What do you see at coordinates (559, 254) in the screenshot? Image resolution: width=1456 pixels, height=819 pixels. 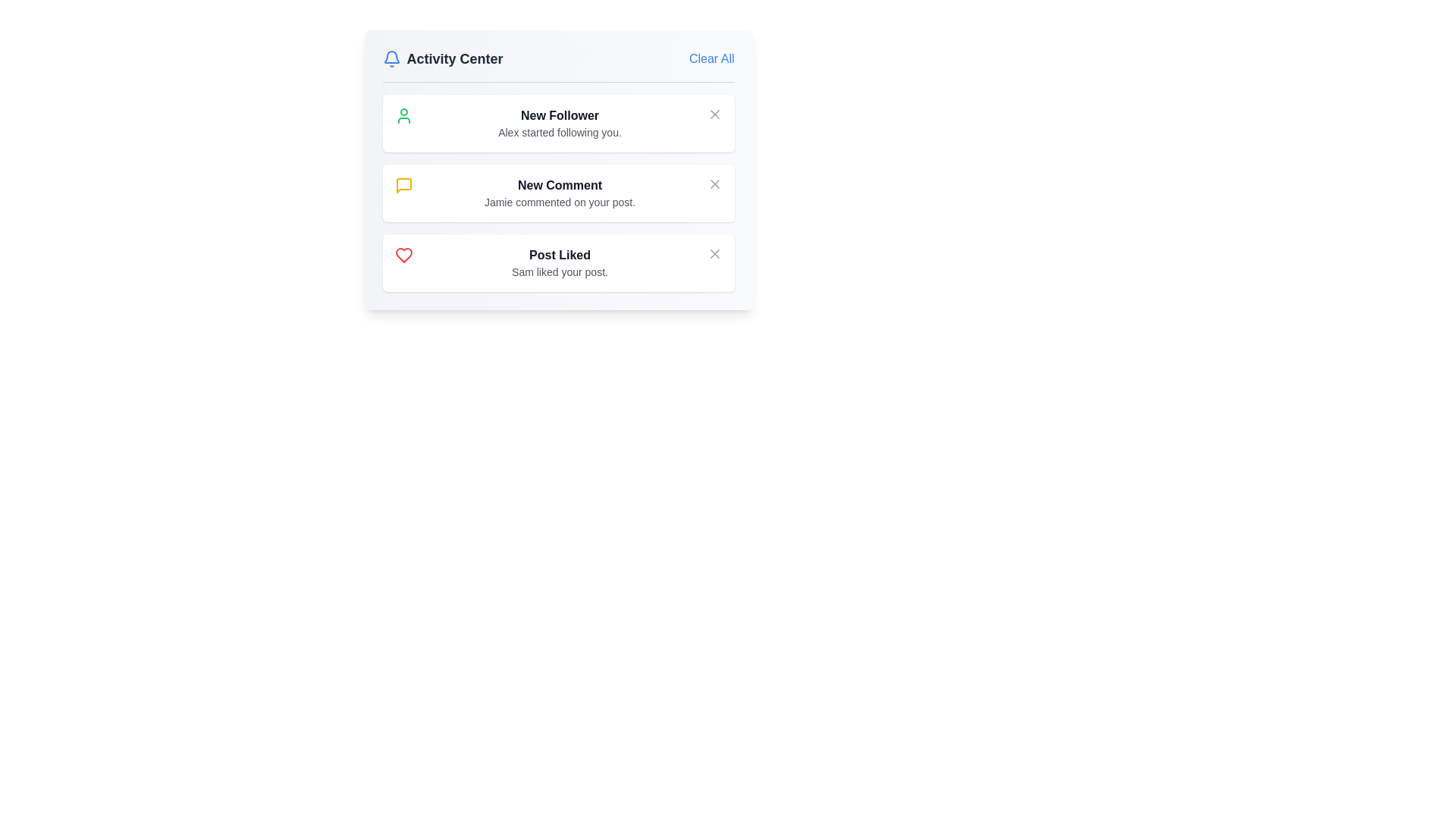 I see `the bold black text label 'Post Liked' in the third notification card of the 'Activity Center' interface` at bounding box center [559, 254].